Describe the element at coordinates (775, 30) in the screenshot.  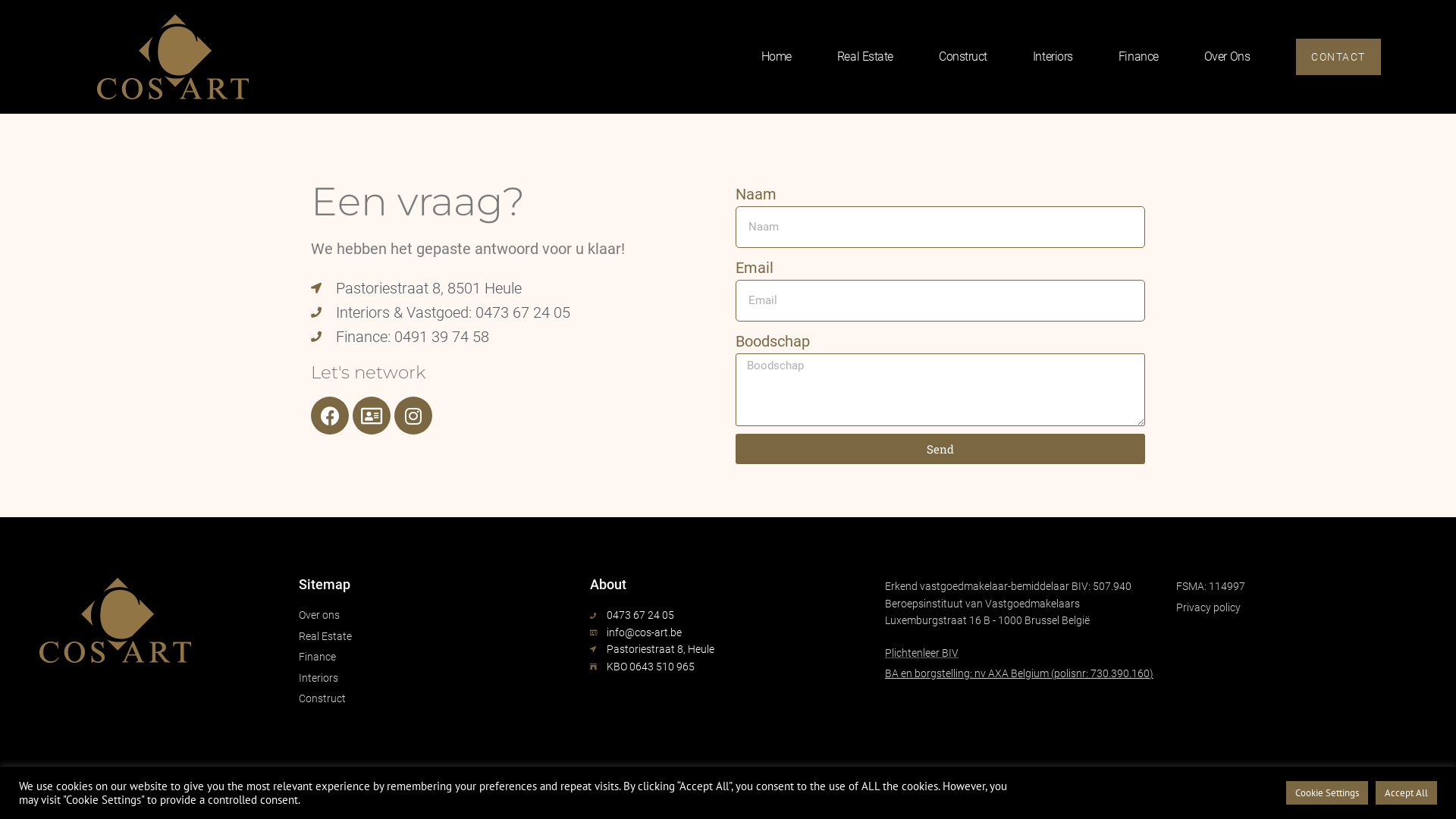
I see `'Home'` at that location.